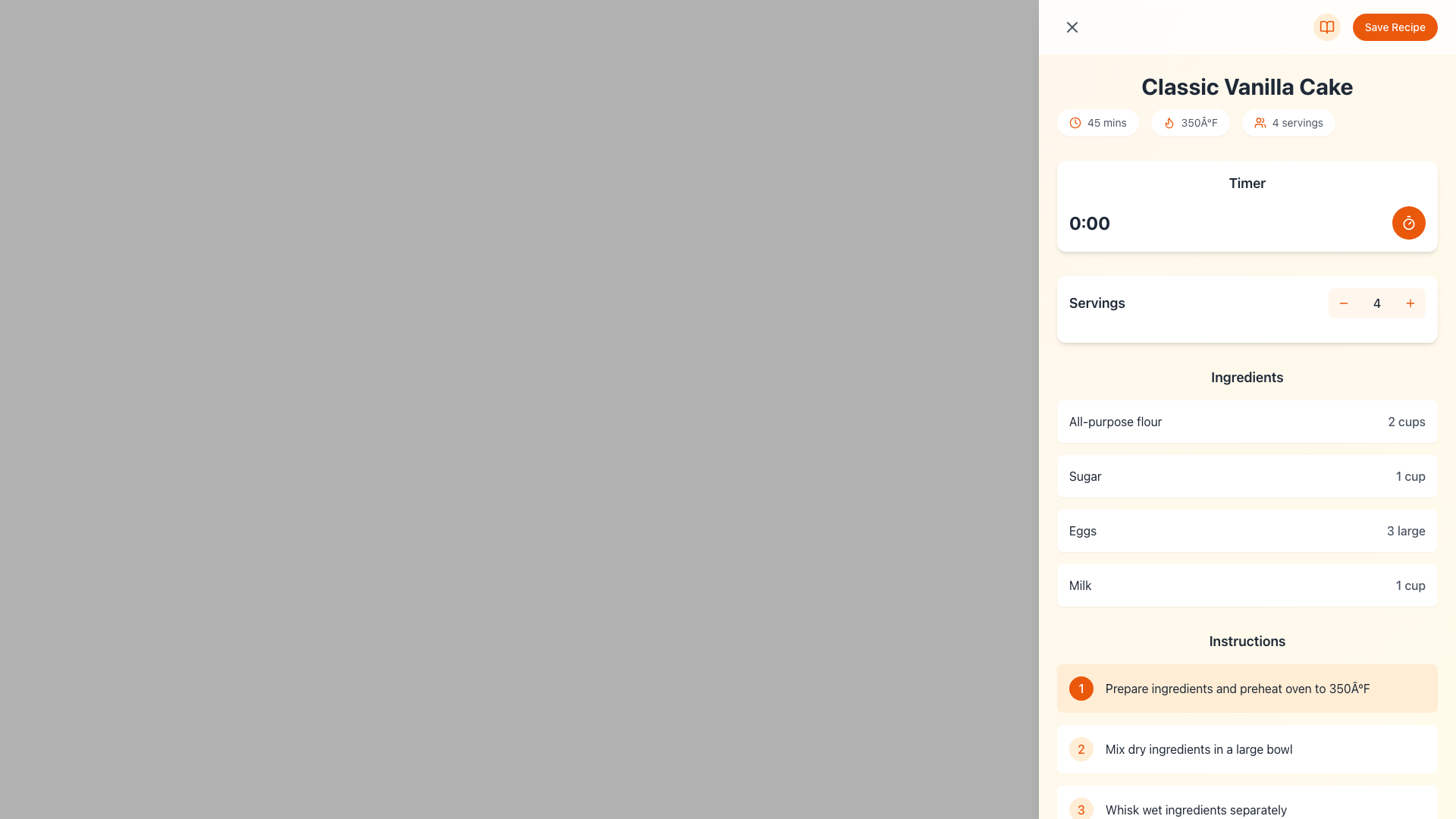  Describe the element at coordinates (1410, 475) in the screenshot. I see `the text label indicating the quantity of 'Sugar' in the 'Ingredients' section, which is the rightmost element in the corresponding row` at that location.